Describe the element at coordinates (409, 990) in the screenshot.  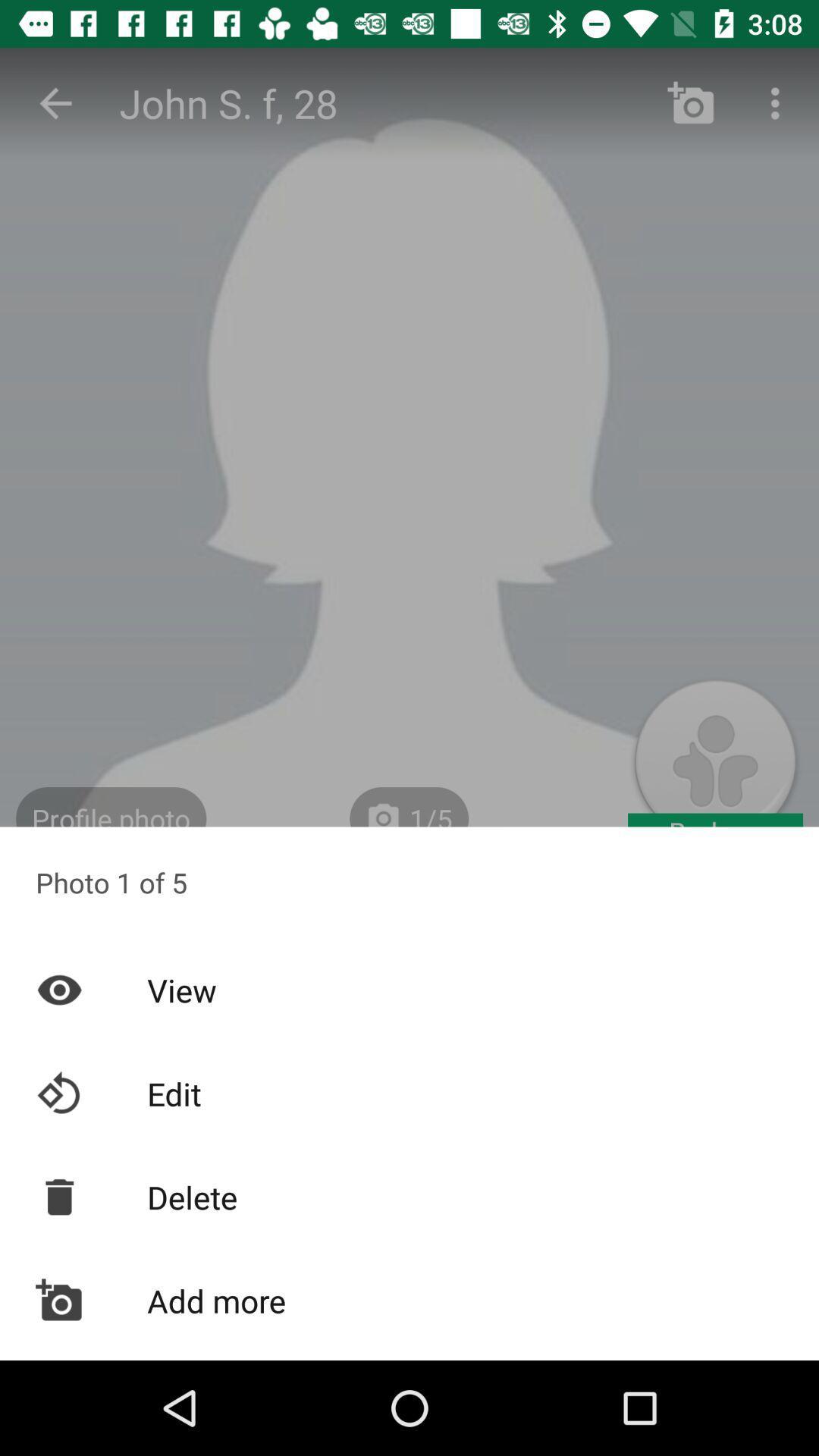
I see `the item below photo 1 of item` at that location.